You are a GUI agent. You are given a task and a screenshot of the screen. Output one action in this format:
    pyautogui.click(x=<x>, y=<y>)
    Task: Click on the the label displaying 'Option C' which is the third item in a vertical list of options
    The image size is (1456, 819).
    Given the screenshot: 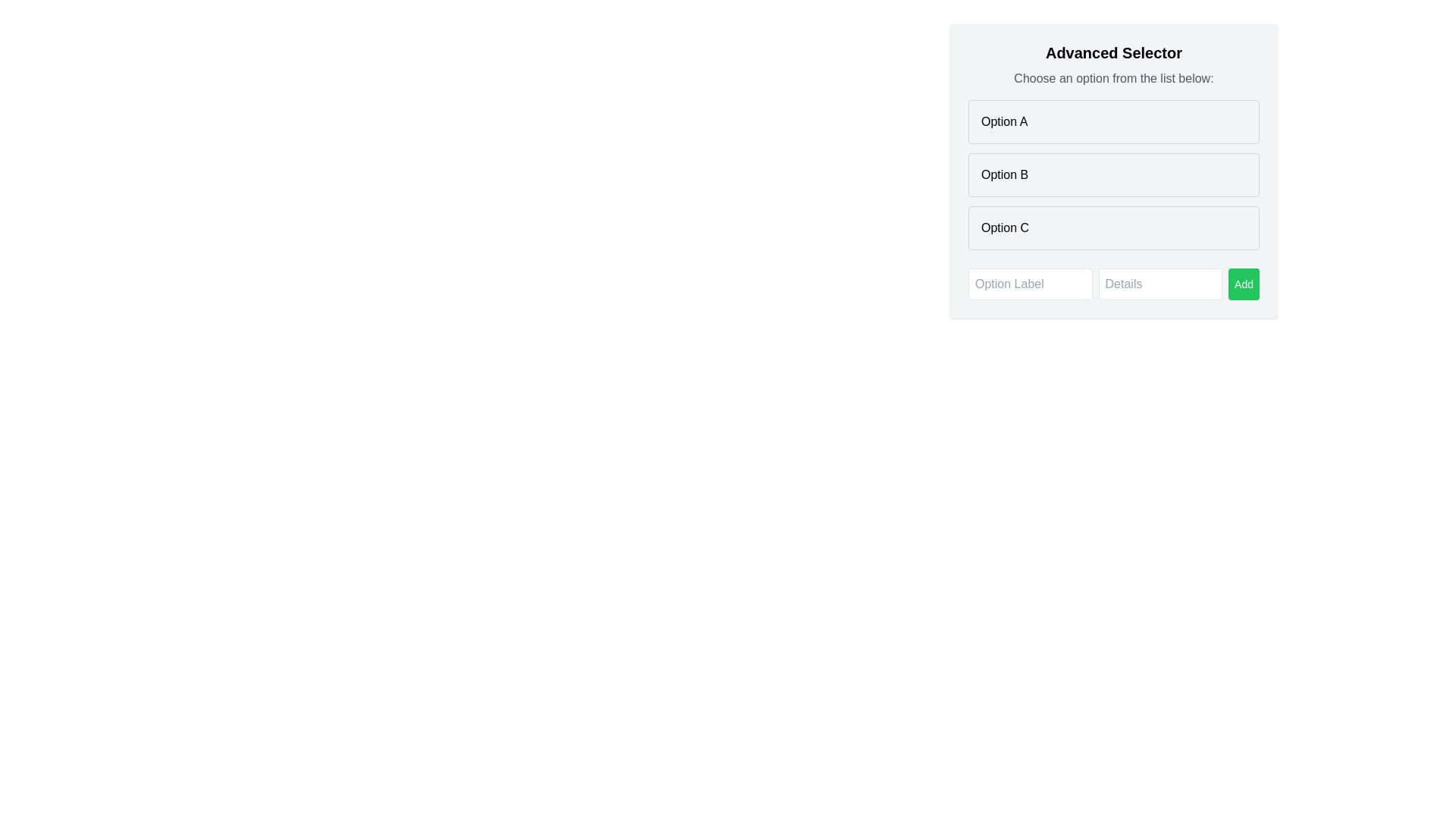 What is the action you would take?
    pyautogui.click(x=1005, y=227)
    